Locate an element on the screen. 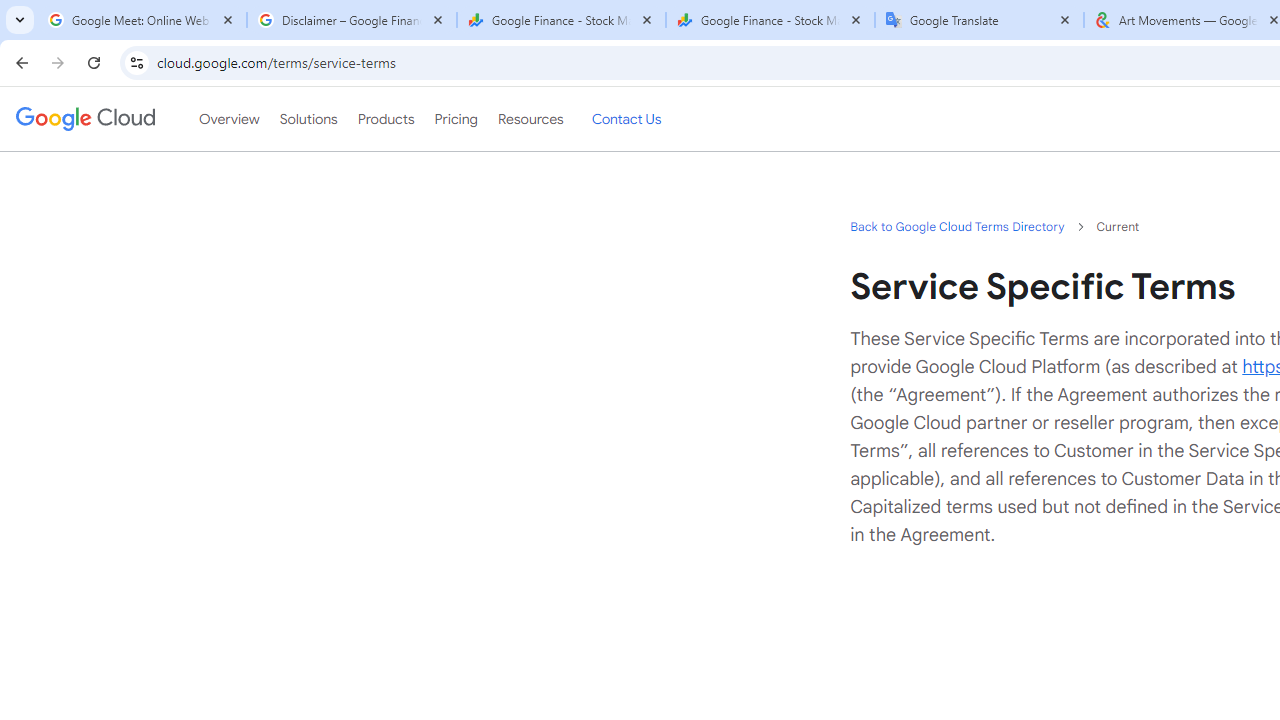 This screenshot has height=720, width=1280. 'Google Cloud' is located at coordinates (84, 119).